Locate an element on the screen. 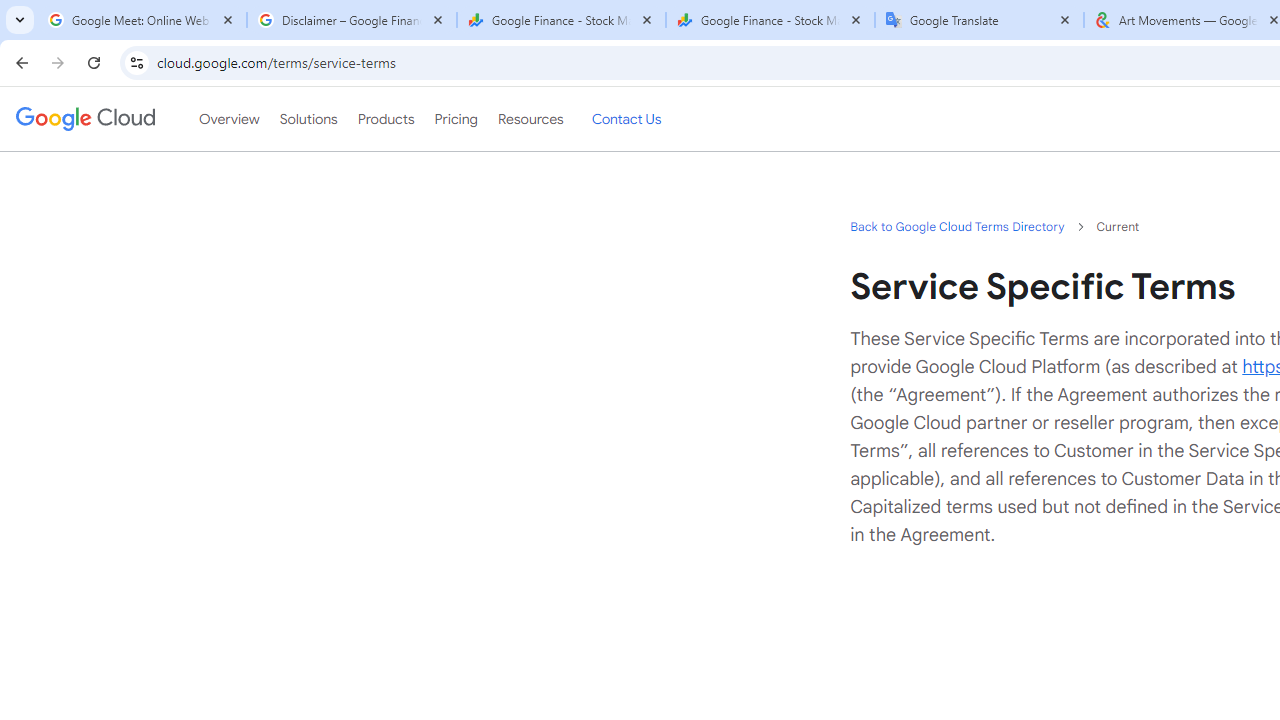 This screenshot has height=720, width=1280. 'Google Cloud' is located at coordinates (84, 119).